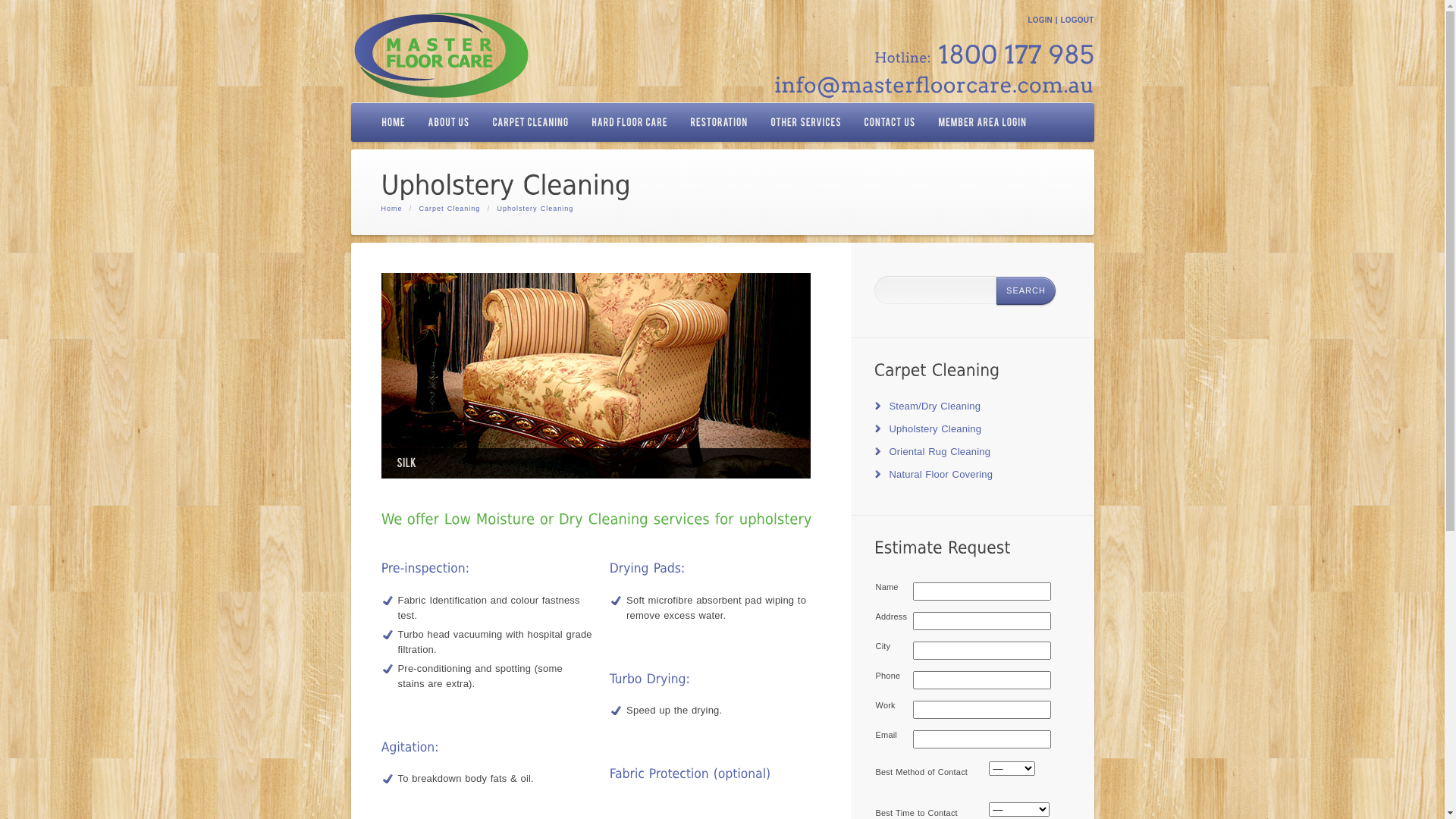 This screenshot has height=819, width=1456. Describe the element at coordinates (1039, 20) in the screenshot. I see `'LOGIN'` at that location.